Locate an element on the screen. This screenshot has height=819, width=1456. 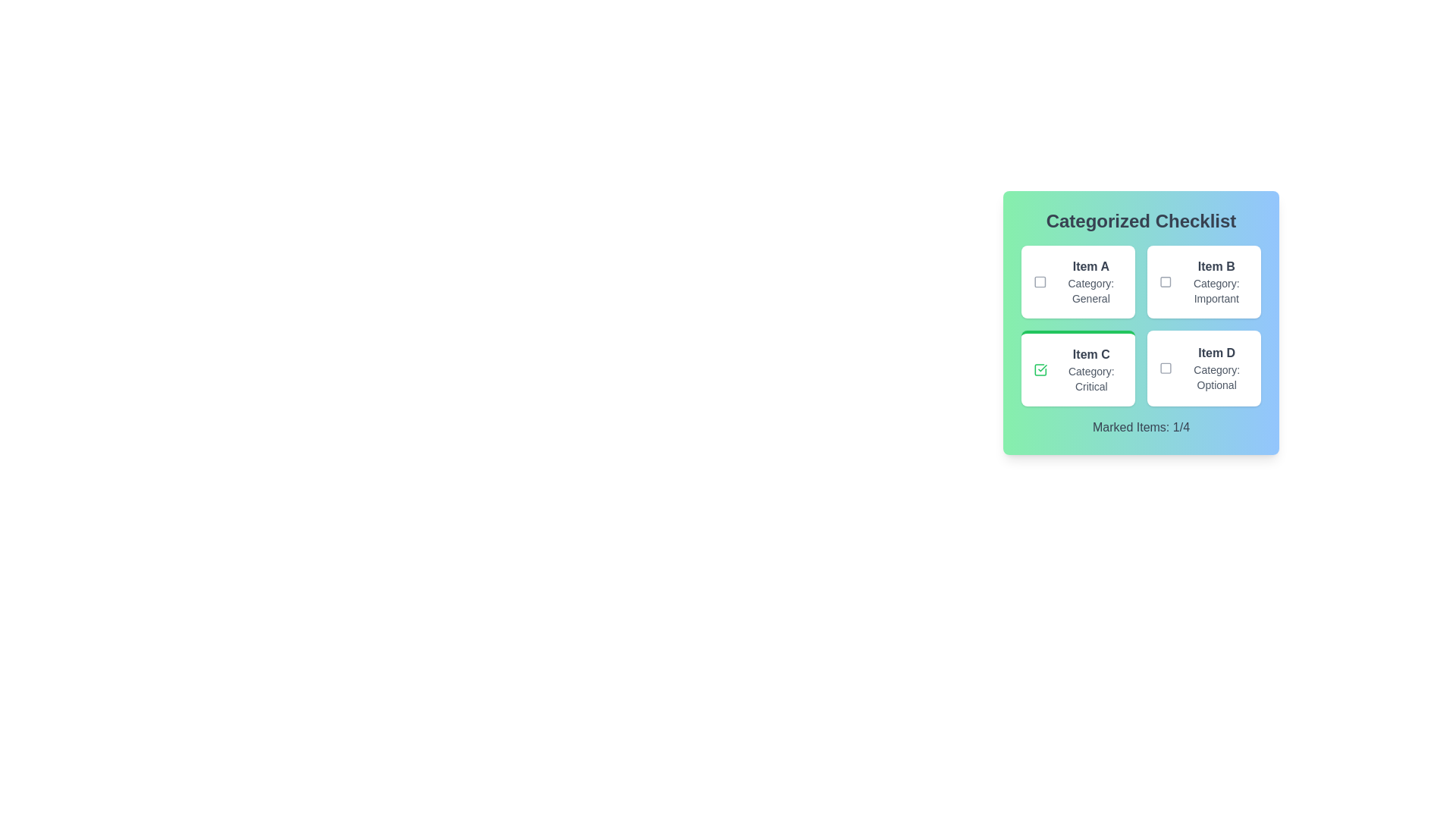
the checklist item labeled Item C to view its hover effects is located at coordinates (1077, 369).